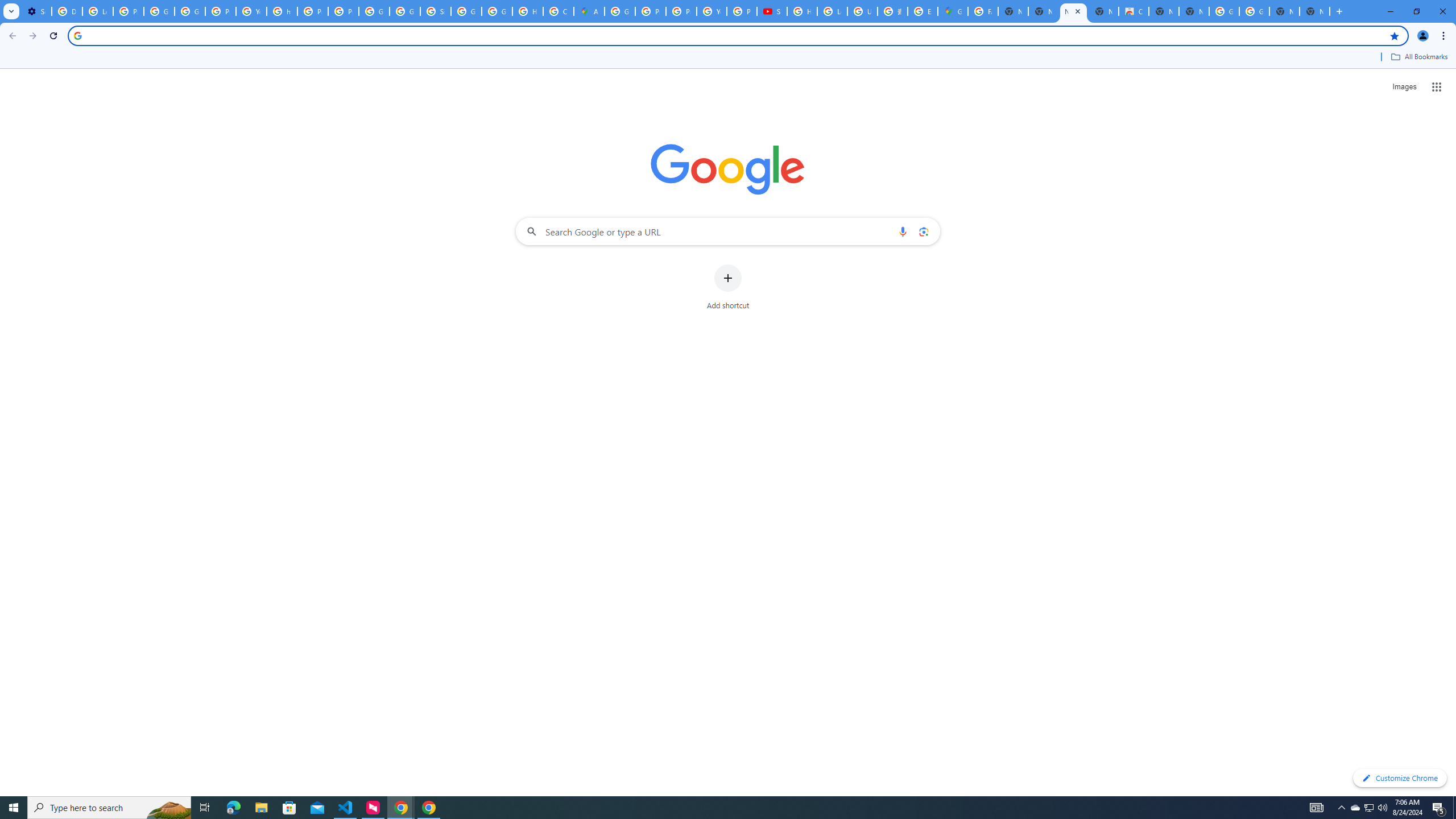 The width and height of the screenshot is (1456, 819). What do you see at coordinates (158, 11) in the screenshot?
I see `'Google Account Help'` at bounding box center [158, 11].